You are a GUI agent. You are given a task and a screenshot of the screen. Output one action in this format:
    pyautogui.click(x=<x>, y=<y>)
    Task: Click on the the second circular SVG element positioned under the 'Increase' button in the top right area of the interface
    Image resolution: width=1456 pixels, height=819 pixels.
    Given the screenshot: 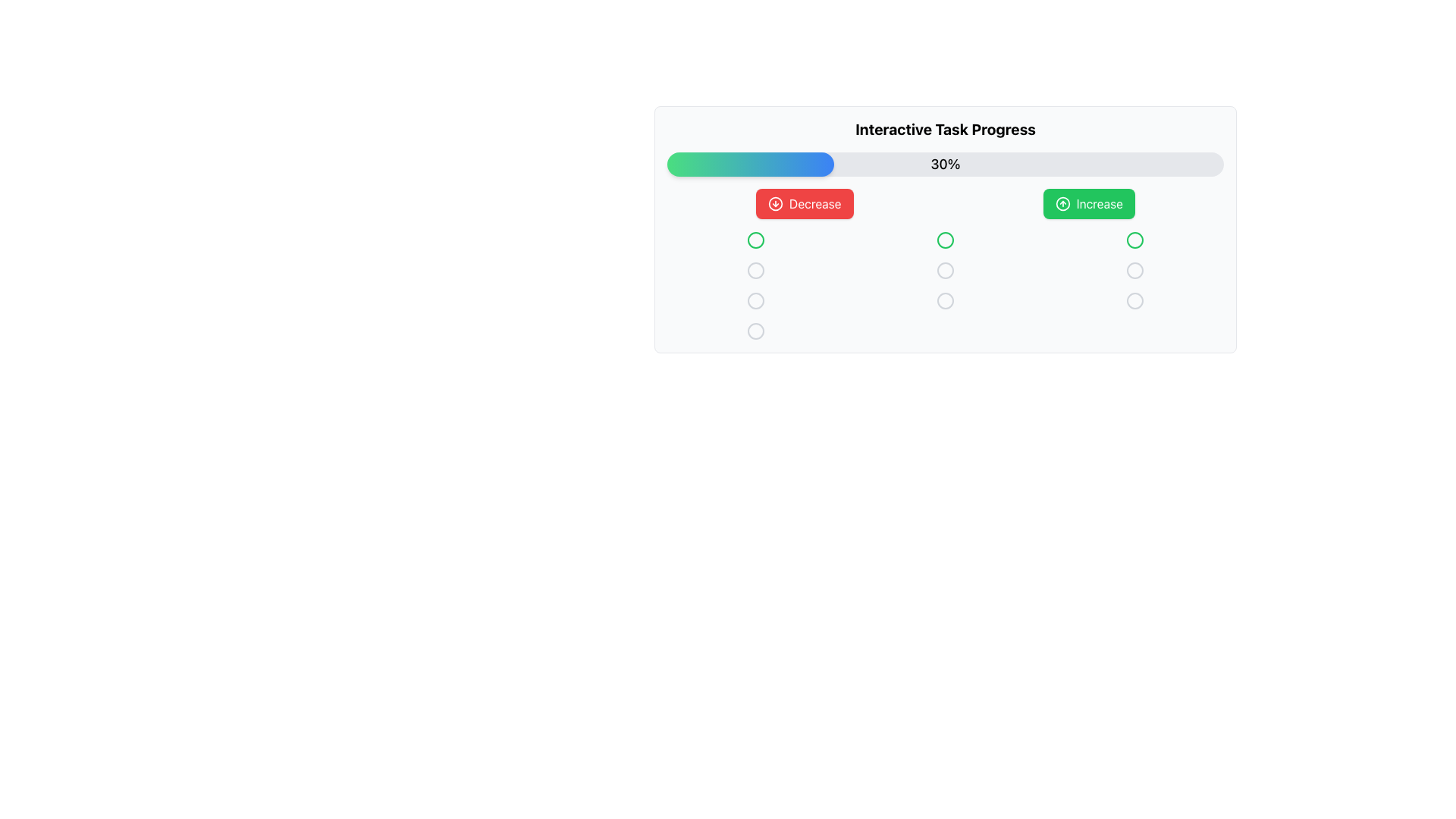 What is the action you would take?
    pyautogui.click(x=1135, y=270)
    